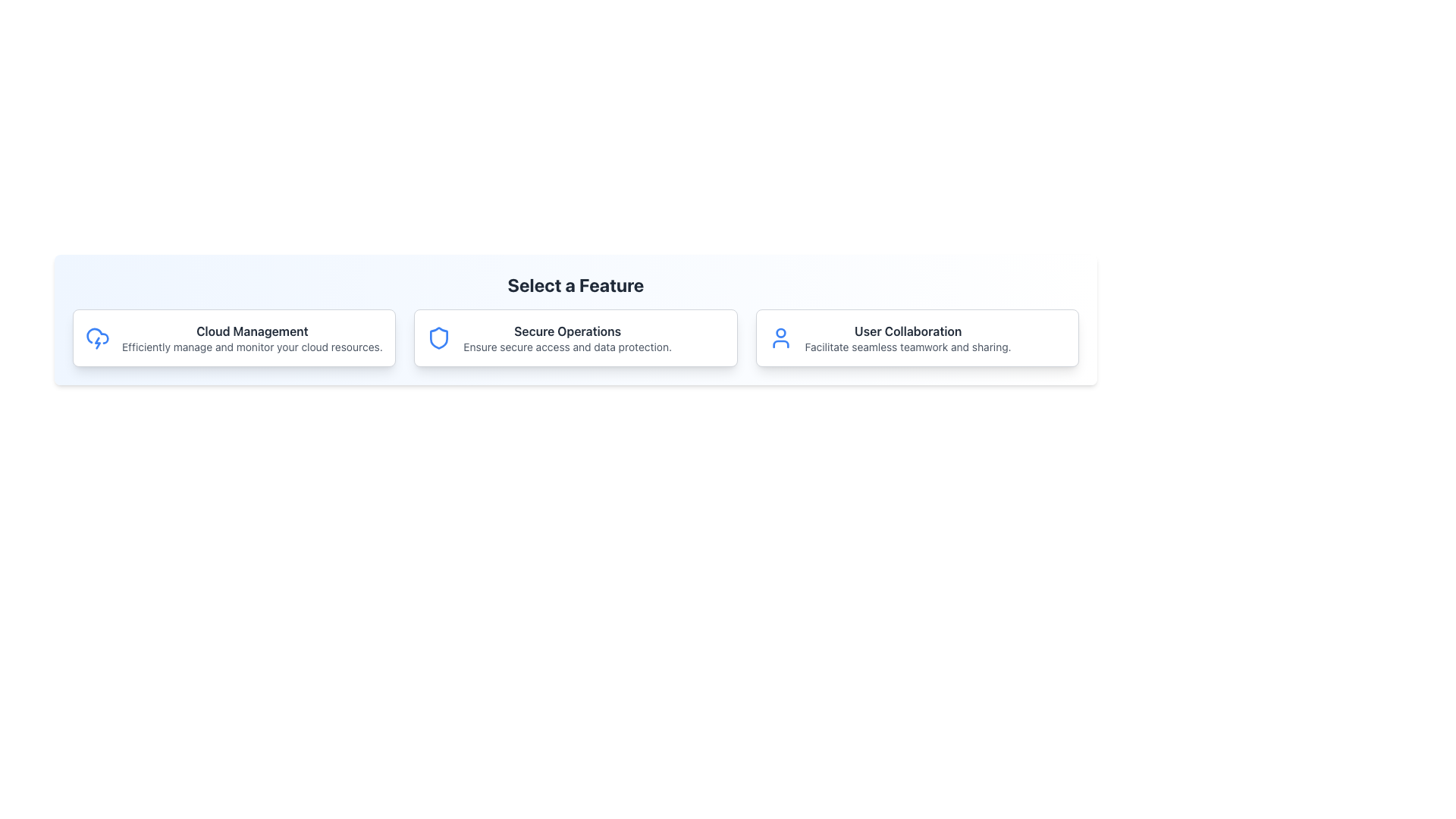  I want to click on the bold dark-gray text label reading 'Secure Operations' to trigger any hover-based effects, so click(566, 330).